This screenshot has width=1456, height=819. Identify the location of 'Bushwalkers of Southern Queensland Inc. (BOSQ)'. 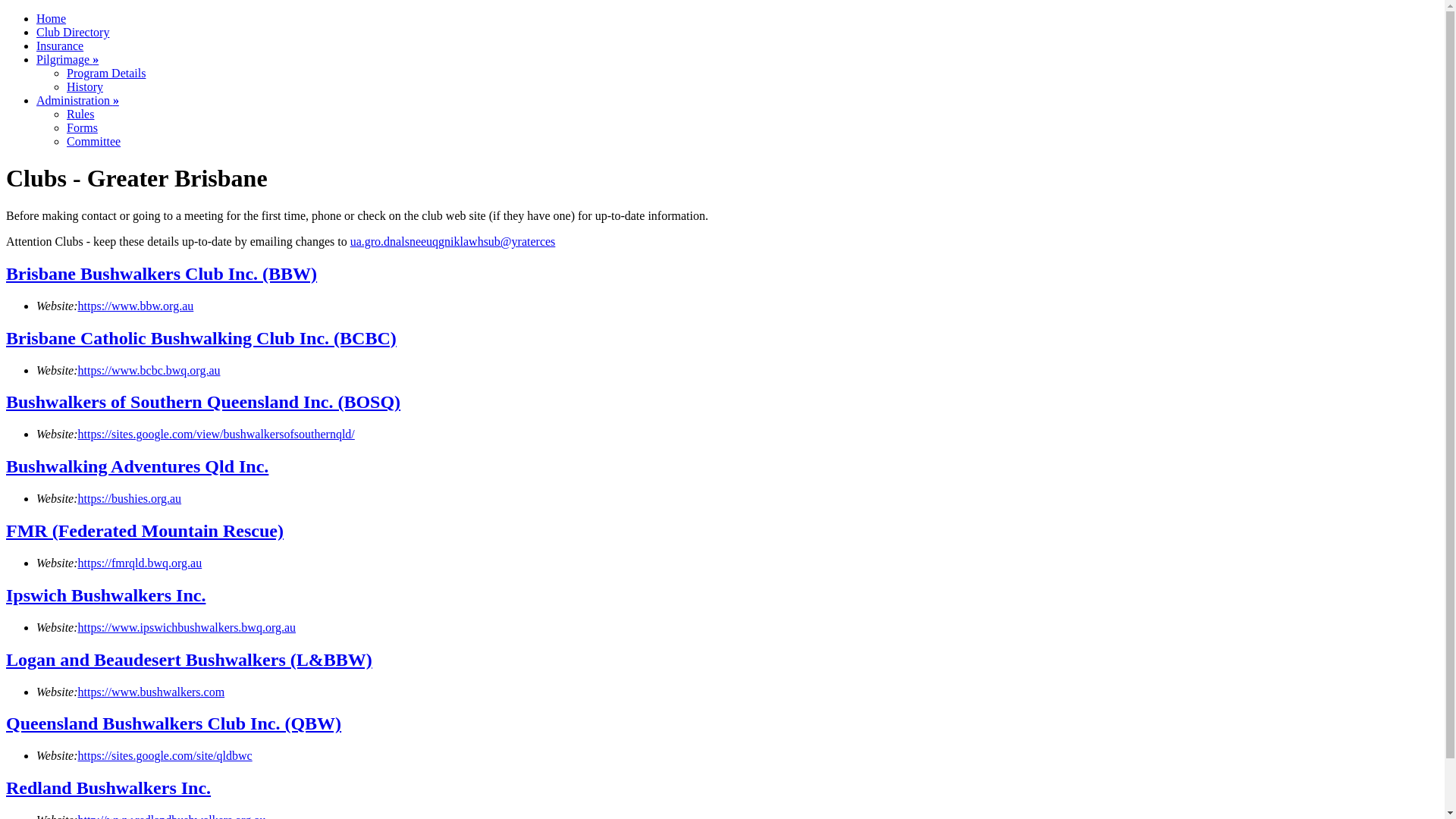
(202, 400).